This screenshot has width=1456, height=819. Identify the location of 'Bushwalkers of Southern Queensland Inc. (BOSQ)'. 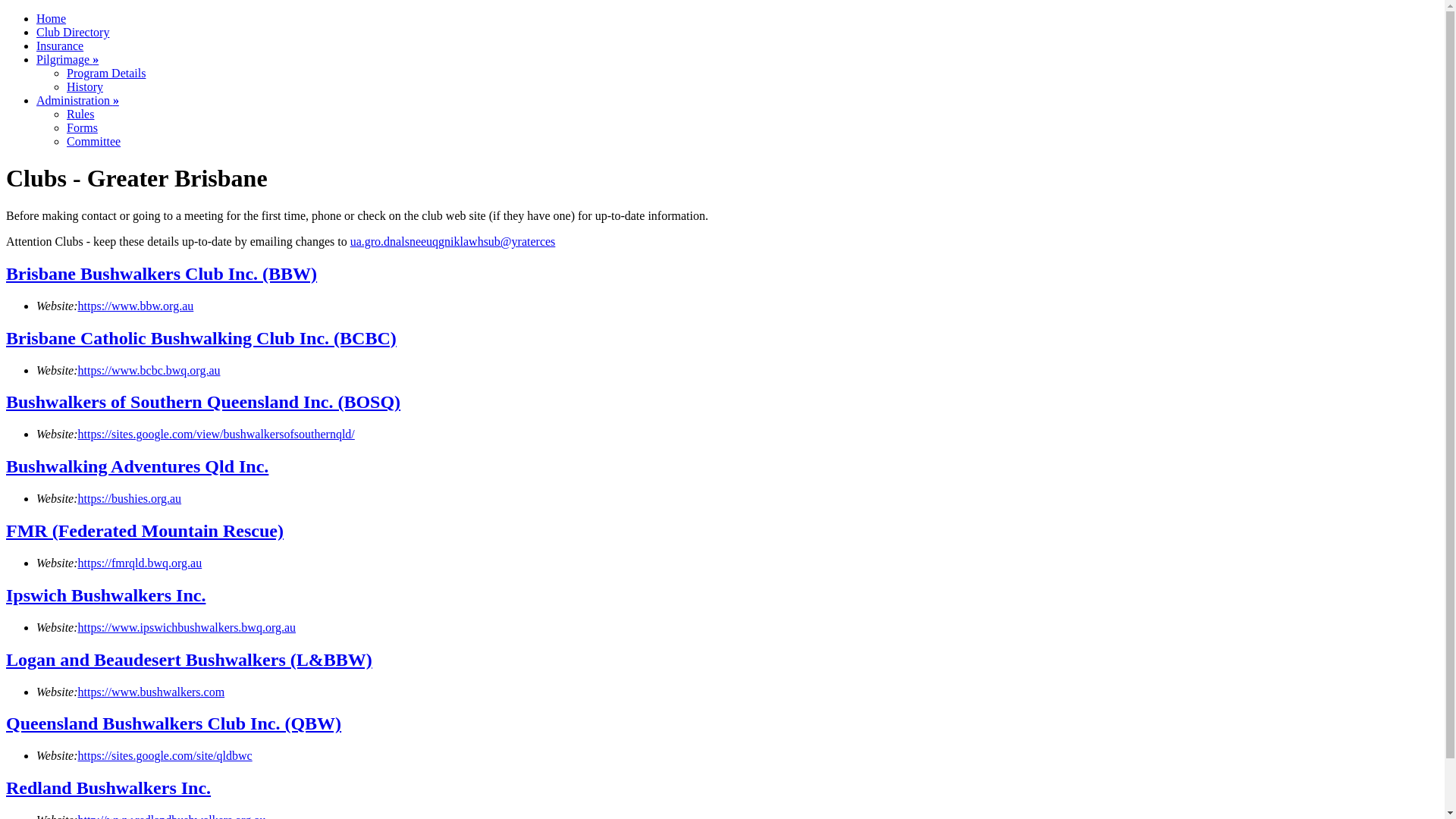
(202, 400).